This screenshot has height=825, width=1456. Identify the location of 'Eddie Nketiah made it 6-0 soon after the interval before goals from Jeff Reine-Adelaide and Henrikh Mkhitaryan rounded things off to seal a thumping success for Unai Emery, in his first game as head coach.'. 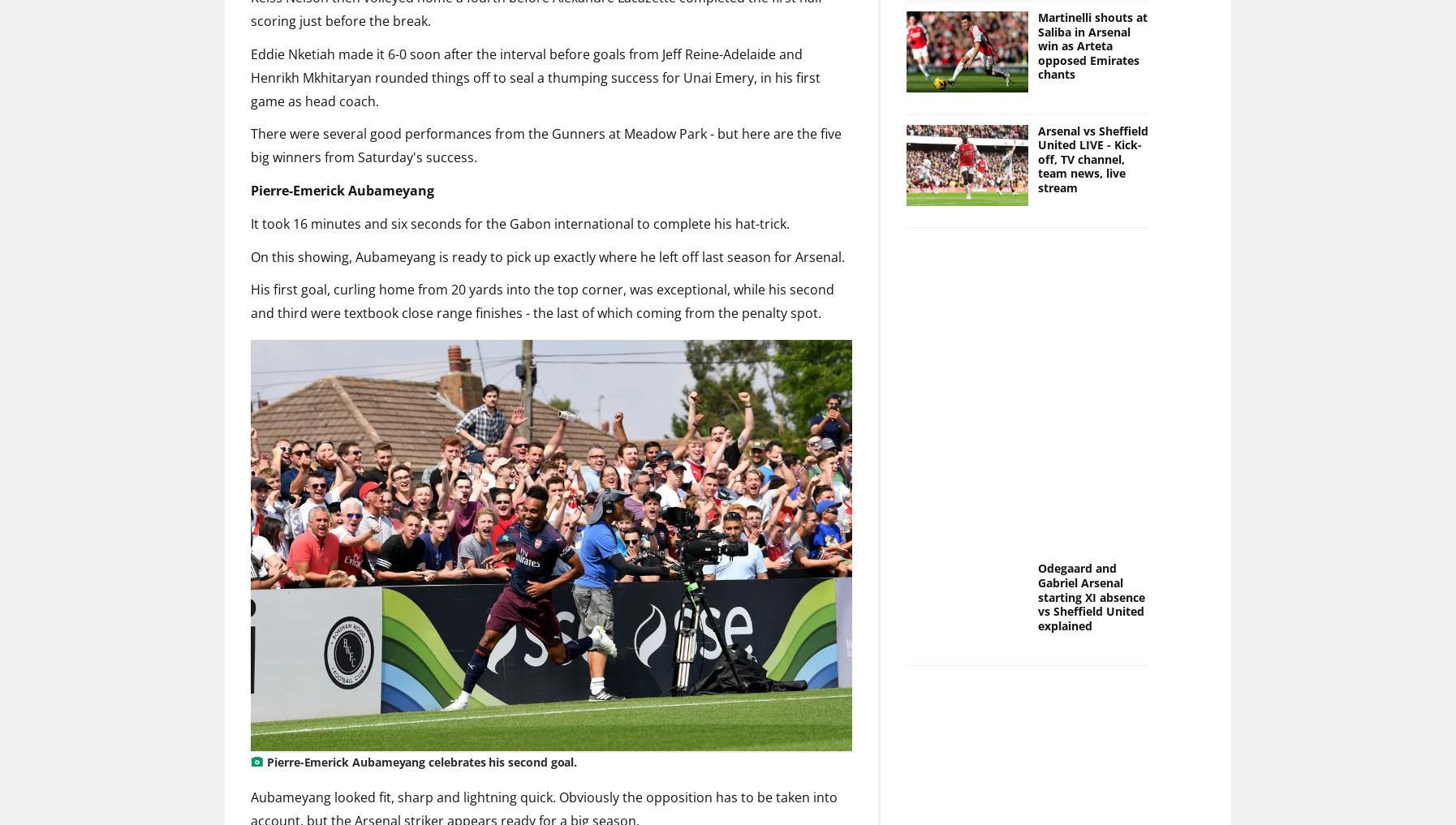
(536, 77).